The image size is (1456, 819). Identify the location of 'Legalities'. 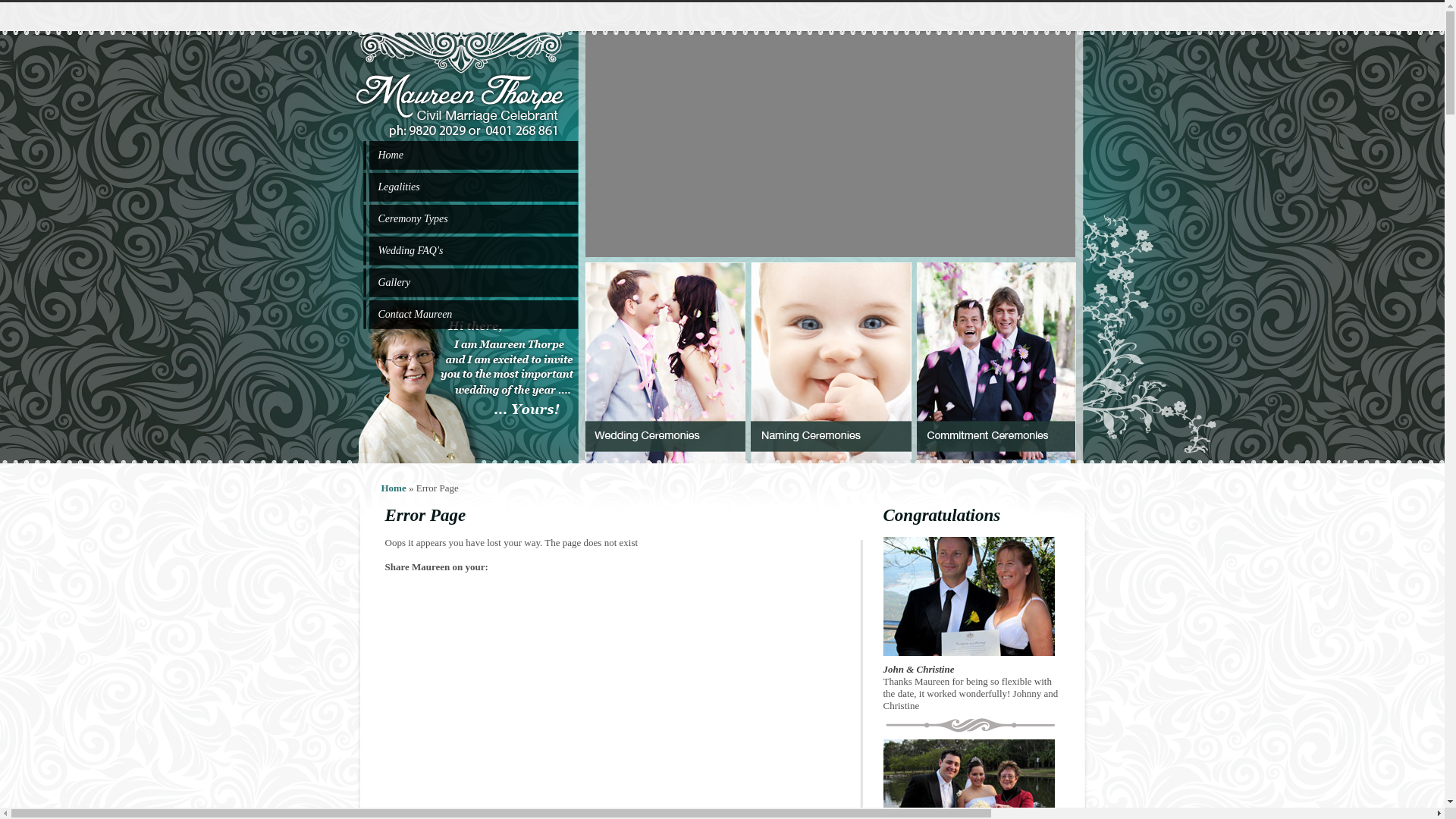
(398, 186).